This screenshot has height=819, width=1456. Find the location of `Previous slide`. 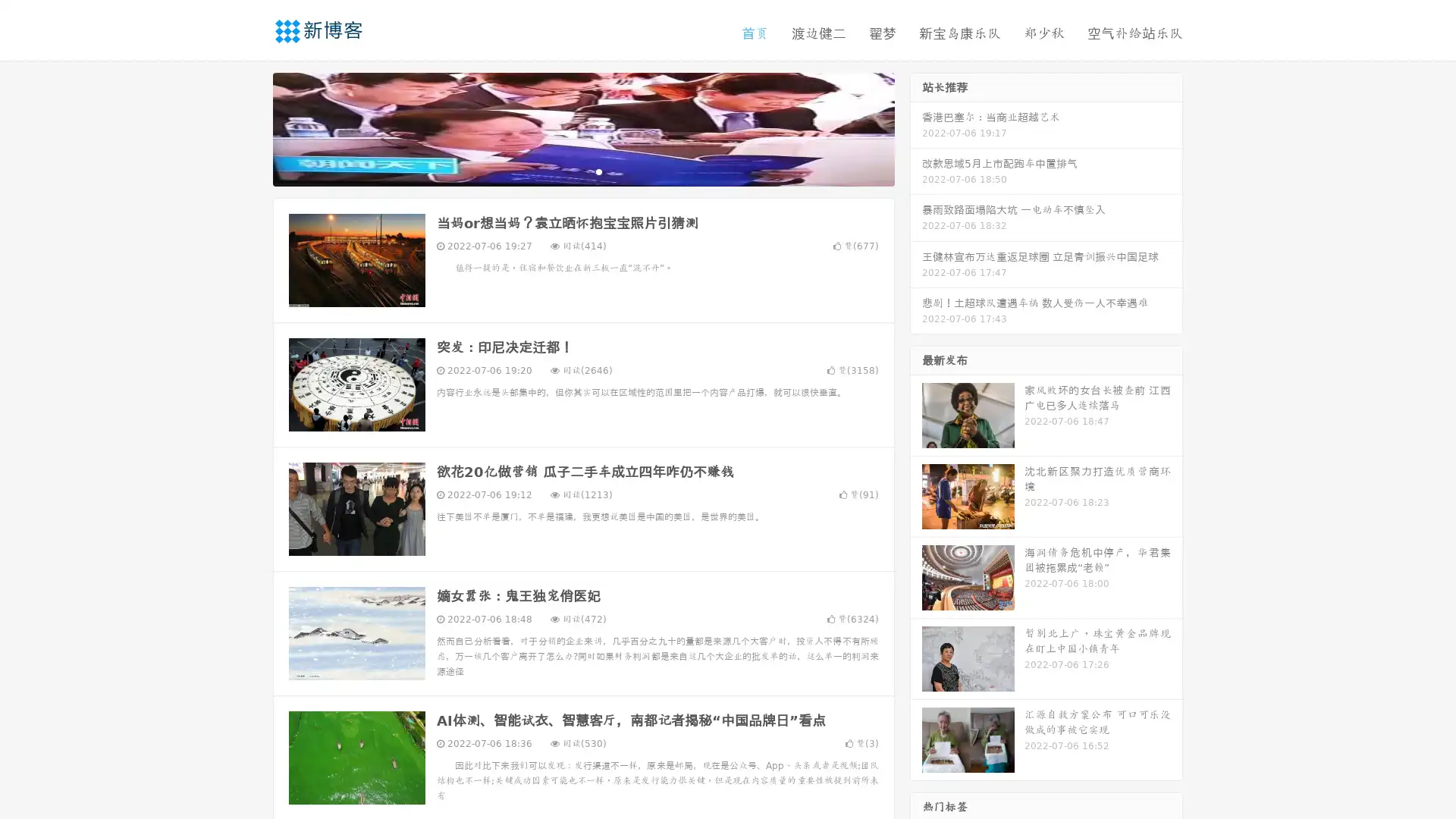

Previous slide is located at coordinates (250, 127).